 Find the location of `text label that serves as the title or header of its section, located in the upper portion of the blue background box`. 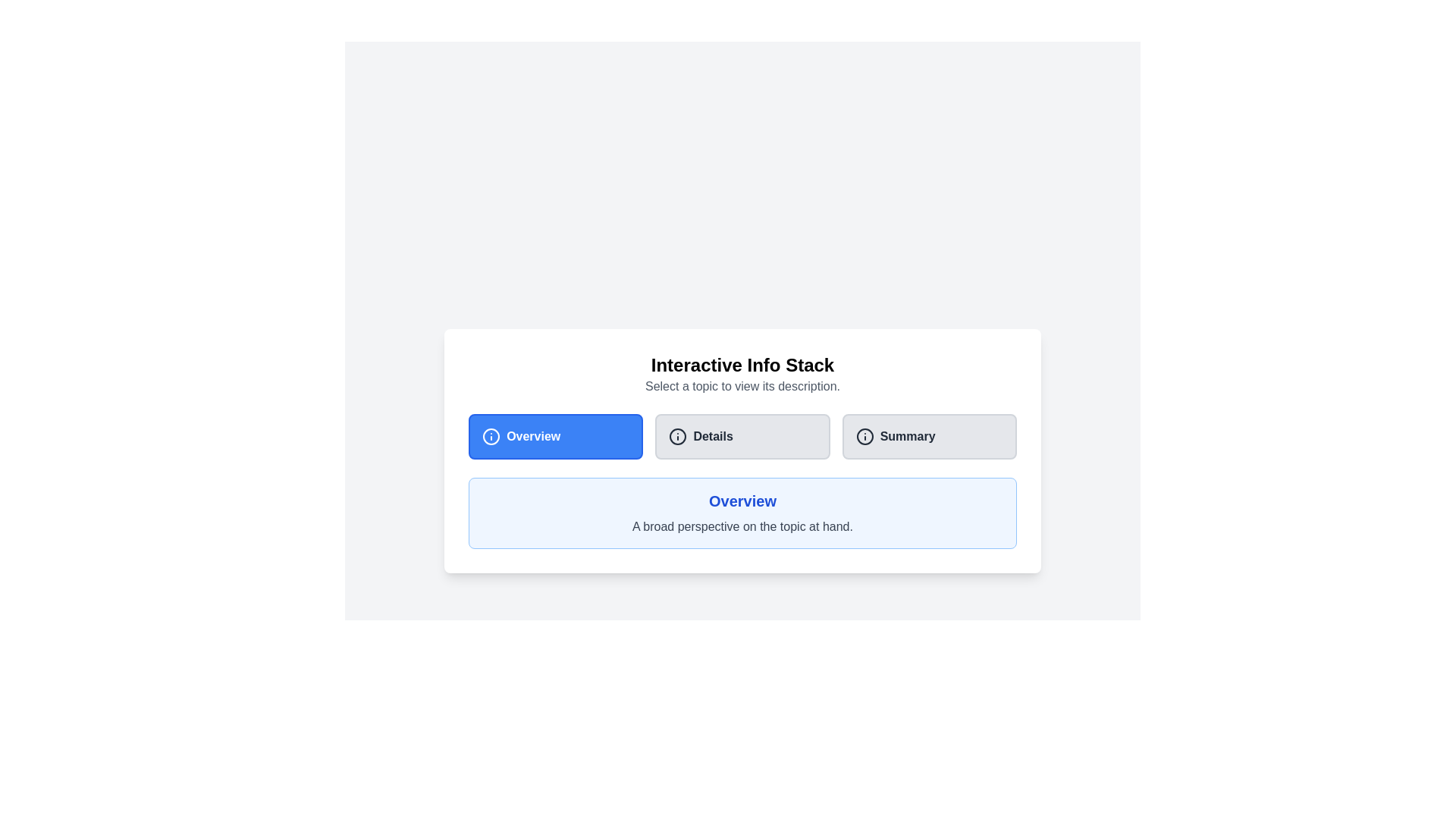

text label that serves as the title or header of its section, located in the upper portion of the blue background box is located at coordinates (742, 500).